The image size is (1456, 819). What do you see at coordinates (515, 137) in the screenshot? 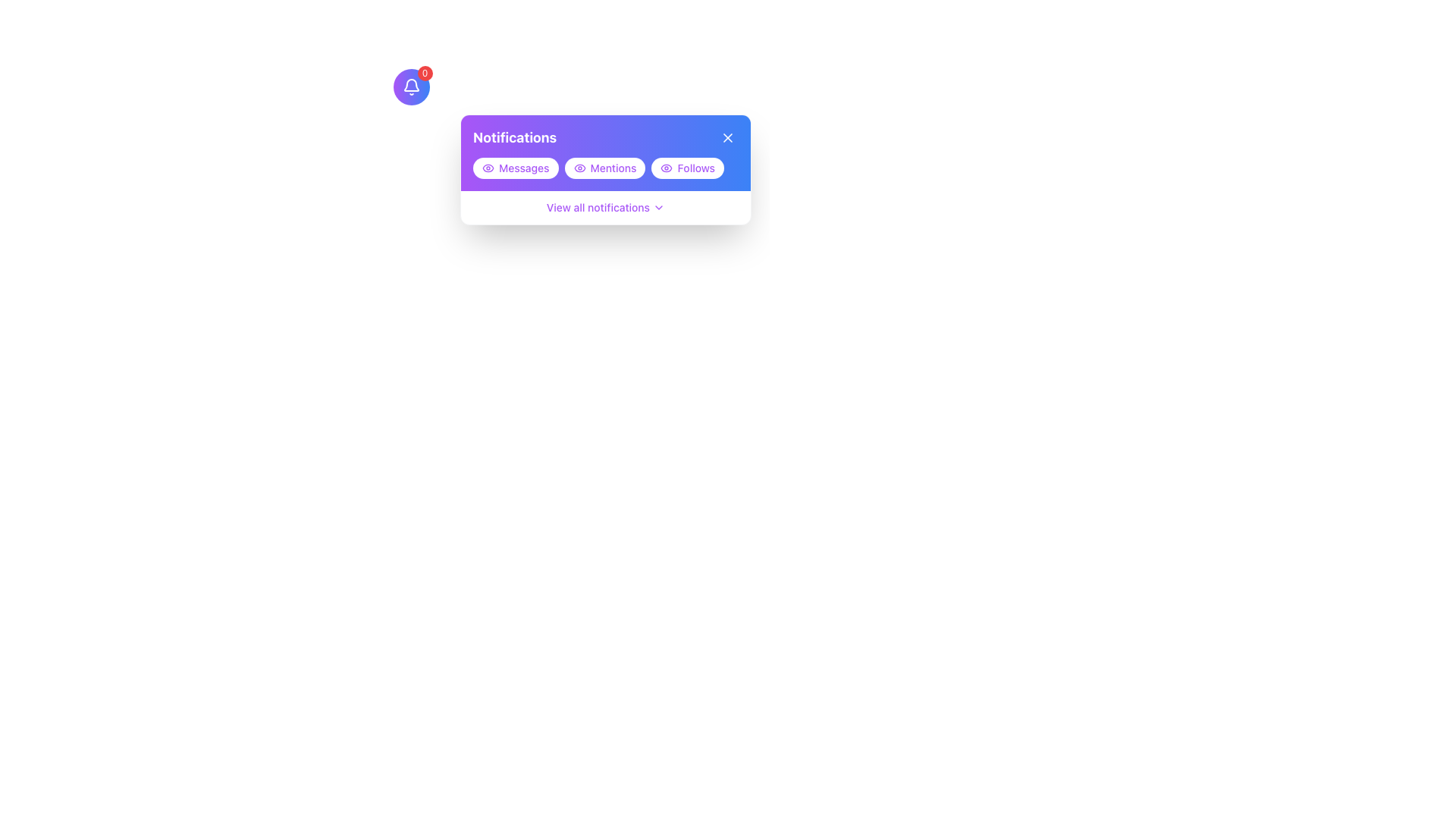
I see `the bold text label displaying 'Notifications' styled in white font on a gradient purple background, located at the top-left corner of the notification popup` at bounding box center [515, 137].